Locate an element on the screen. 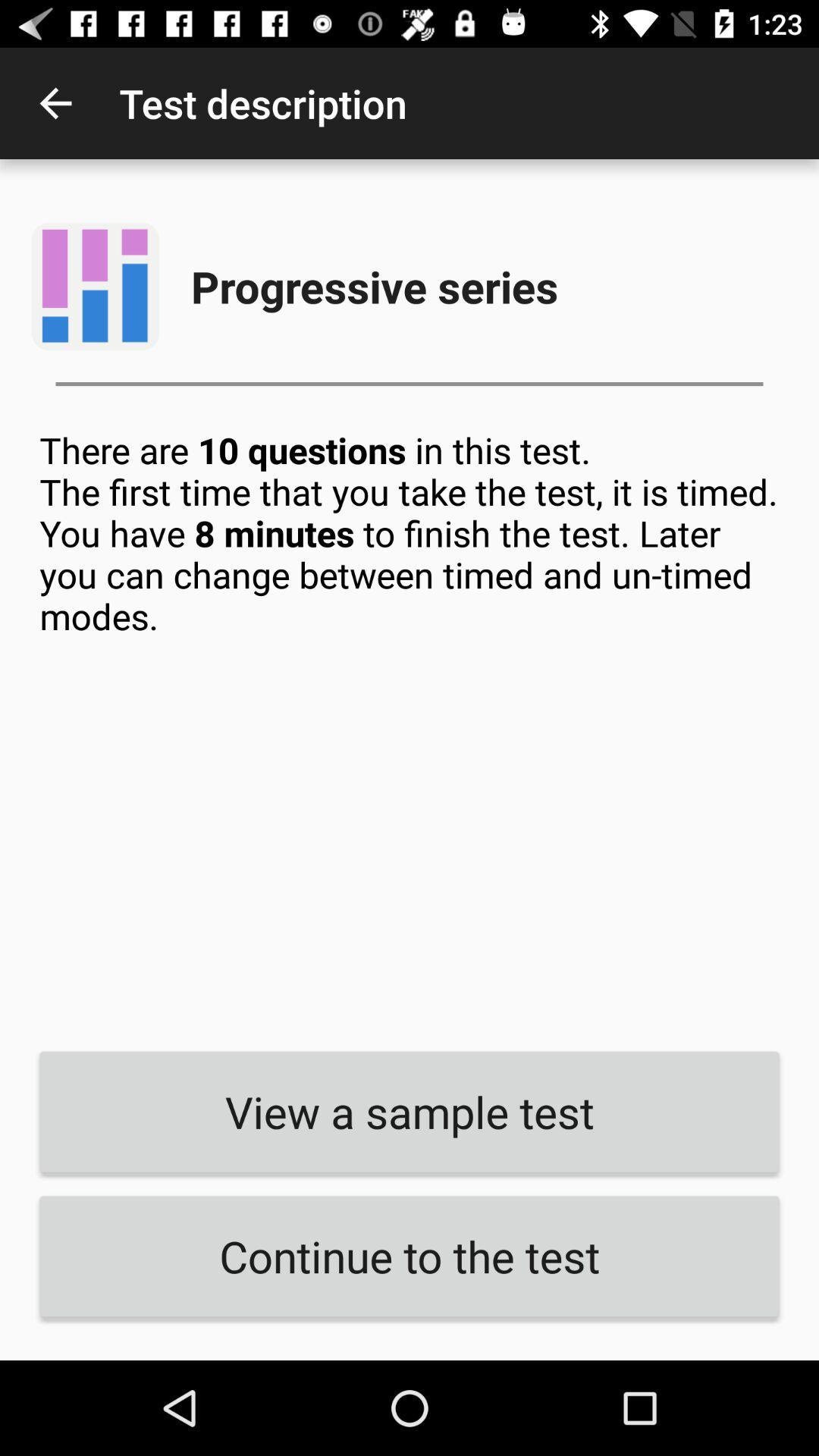  icon above the view a sample is located at coordinates (409, 729).